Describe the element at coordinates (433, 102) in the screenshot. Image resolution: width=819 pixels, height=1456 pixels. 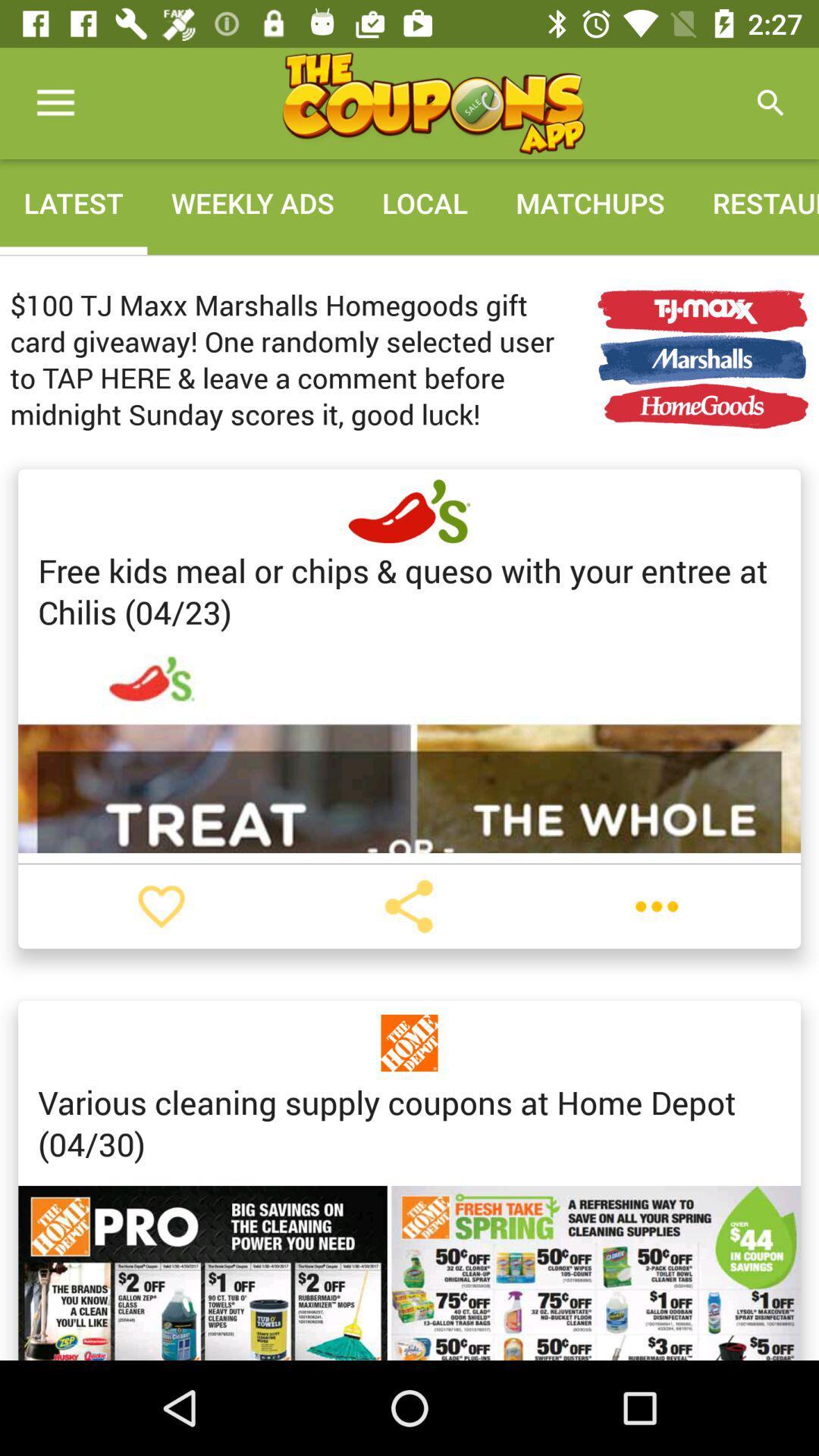
I see `app logo` at that location.